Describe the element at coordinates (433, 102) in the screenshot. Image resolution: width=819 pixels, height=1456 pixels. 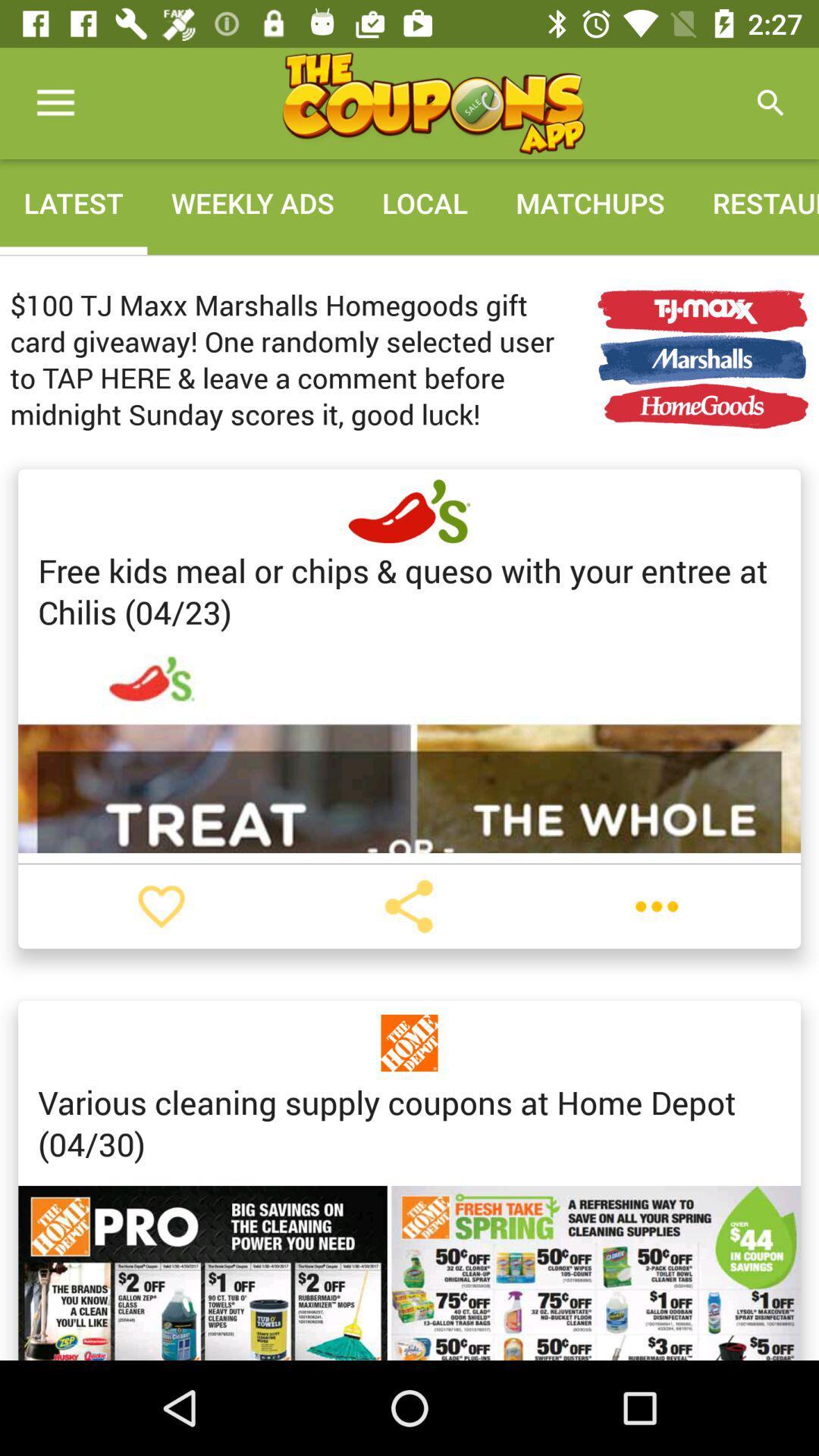
I see `app logo` at that location.